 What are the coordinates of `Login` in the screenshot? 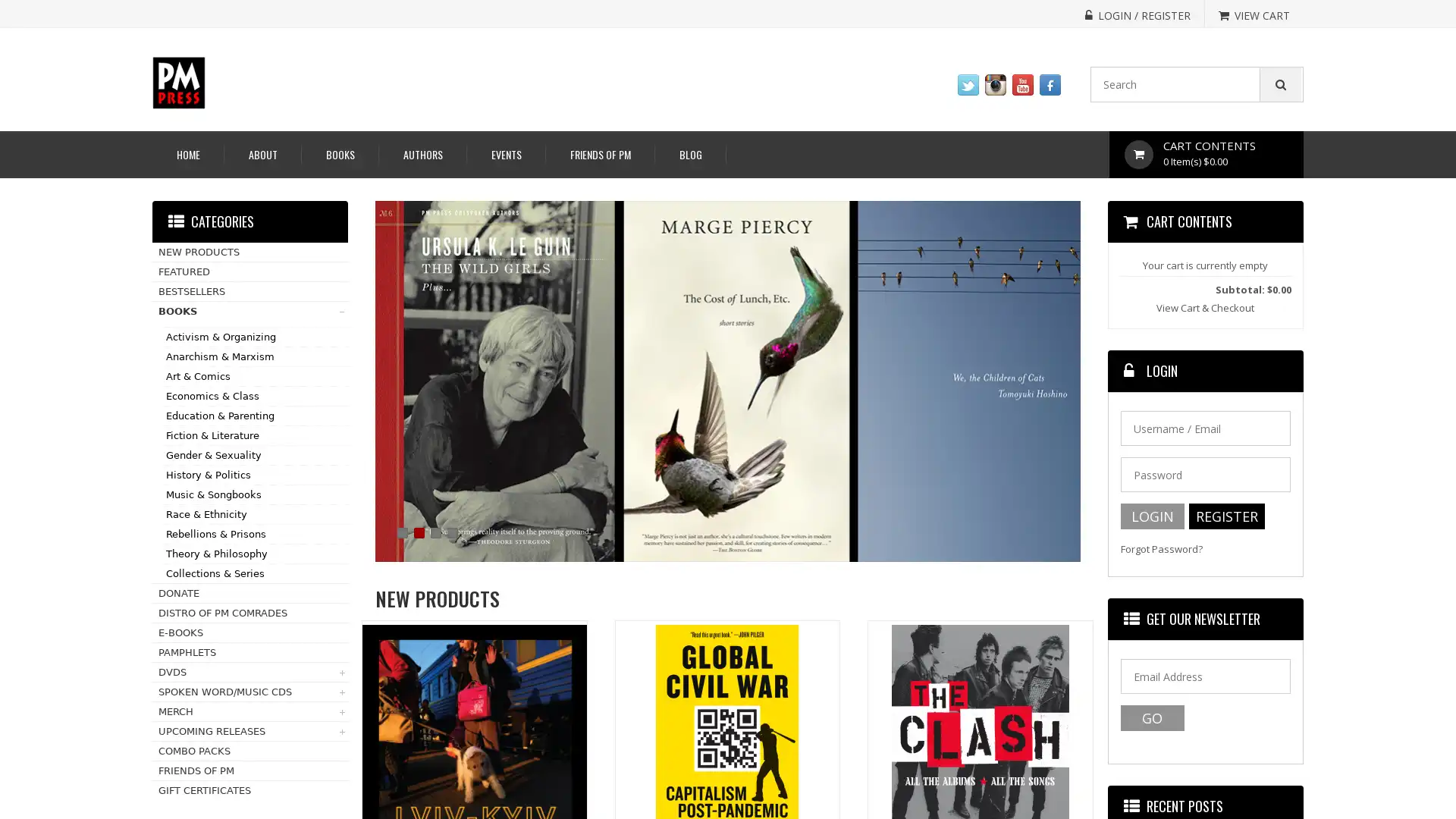 It's located at (1151, 516).